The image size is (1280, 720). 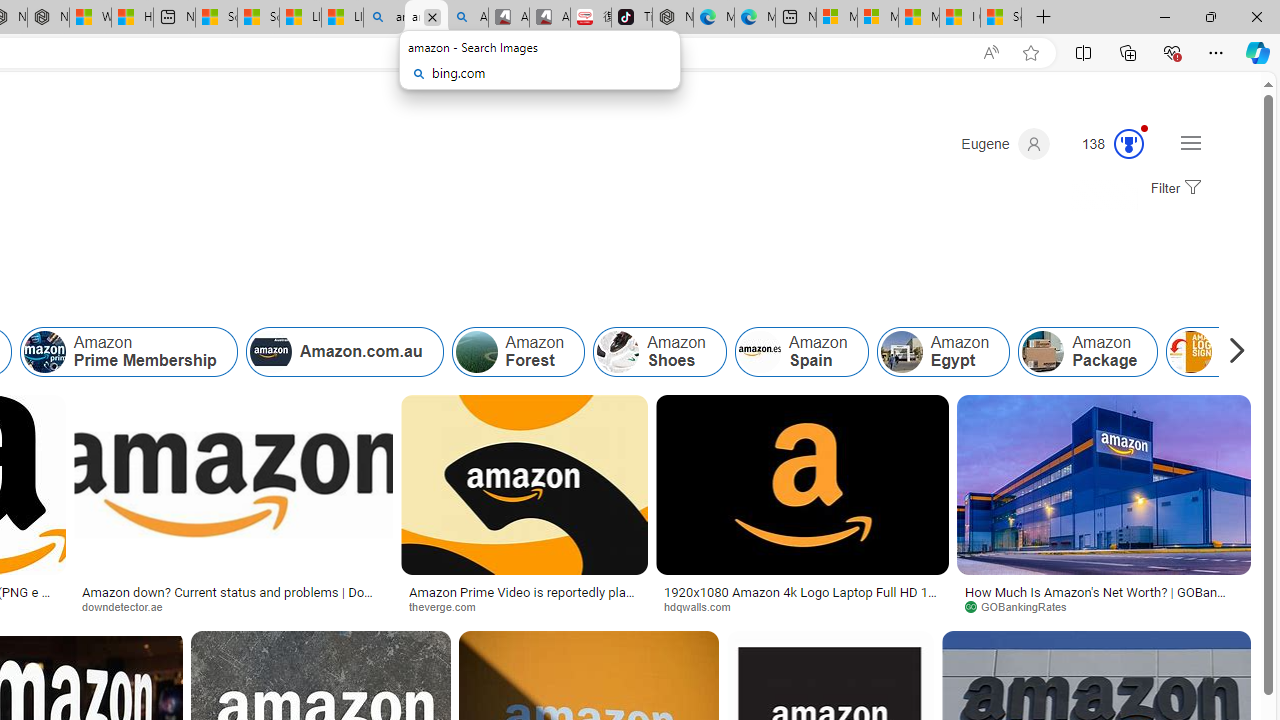 What do you see at coordinates (518, 351) in the screenshot?
I see `'Amazon Forest'` at bounding box center [518, 351].